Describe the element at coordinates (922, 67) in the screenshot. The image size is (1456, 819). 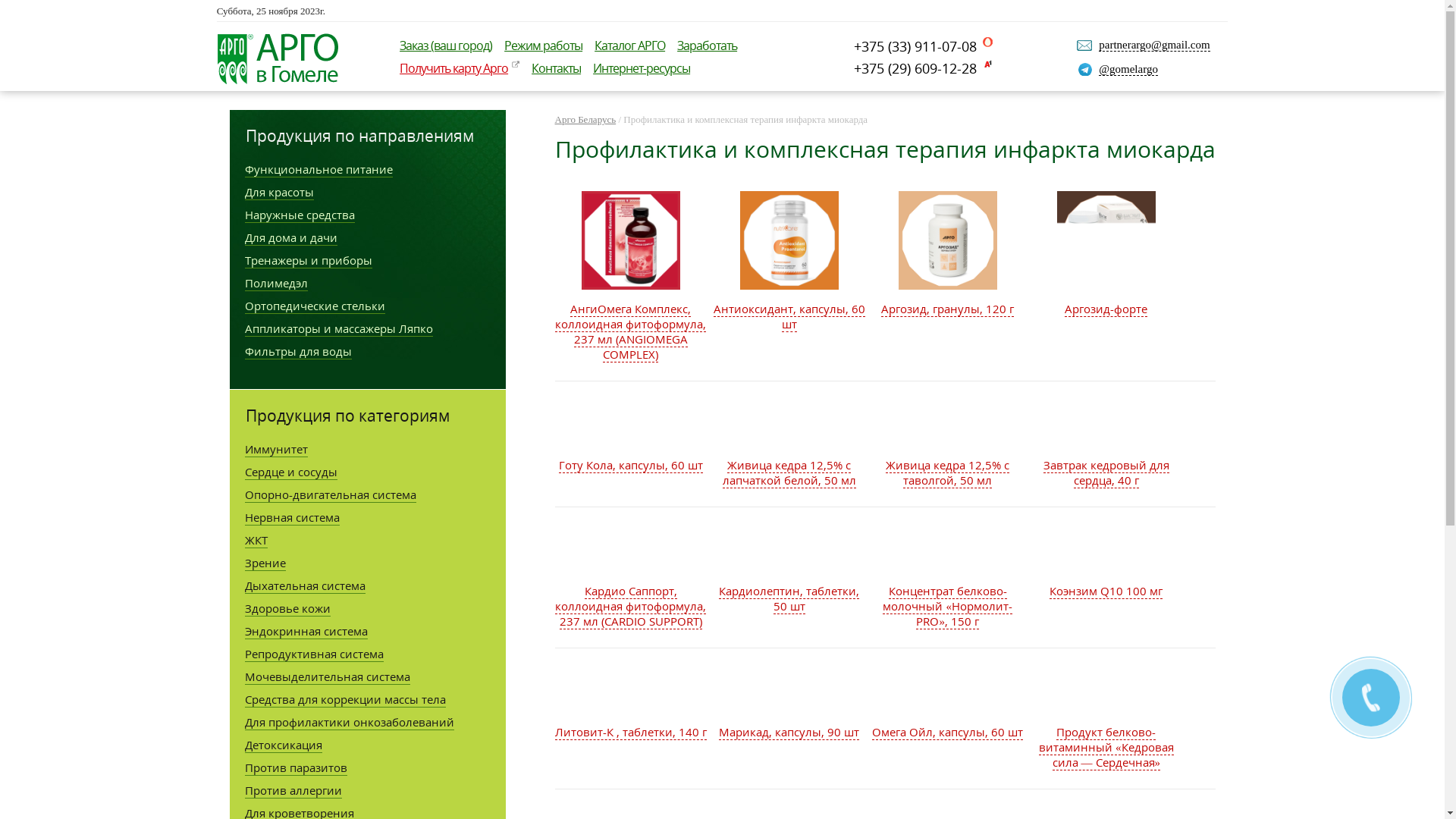
I see `'+375 (29) 609-12-28'` at that location.